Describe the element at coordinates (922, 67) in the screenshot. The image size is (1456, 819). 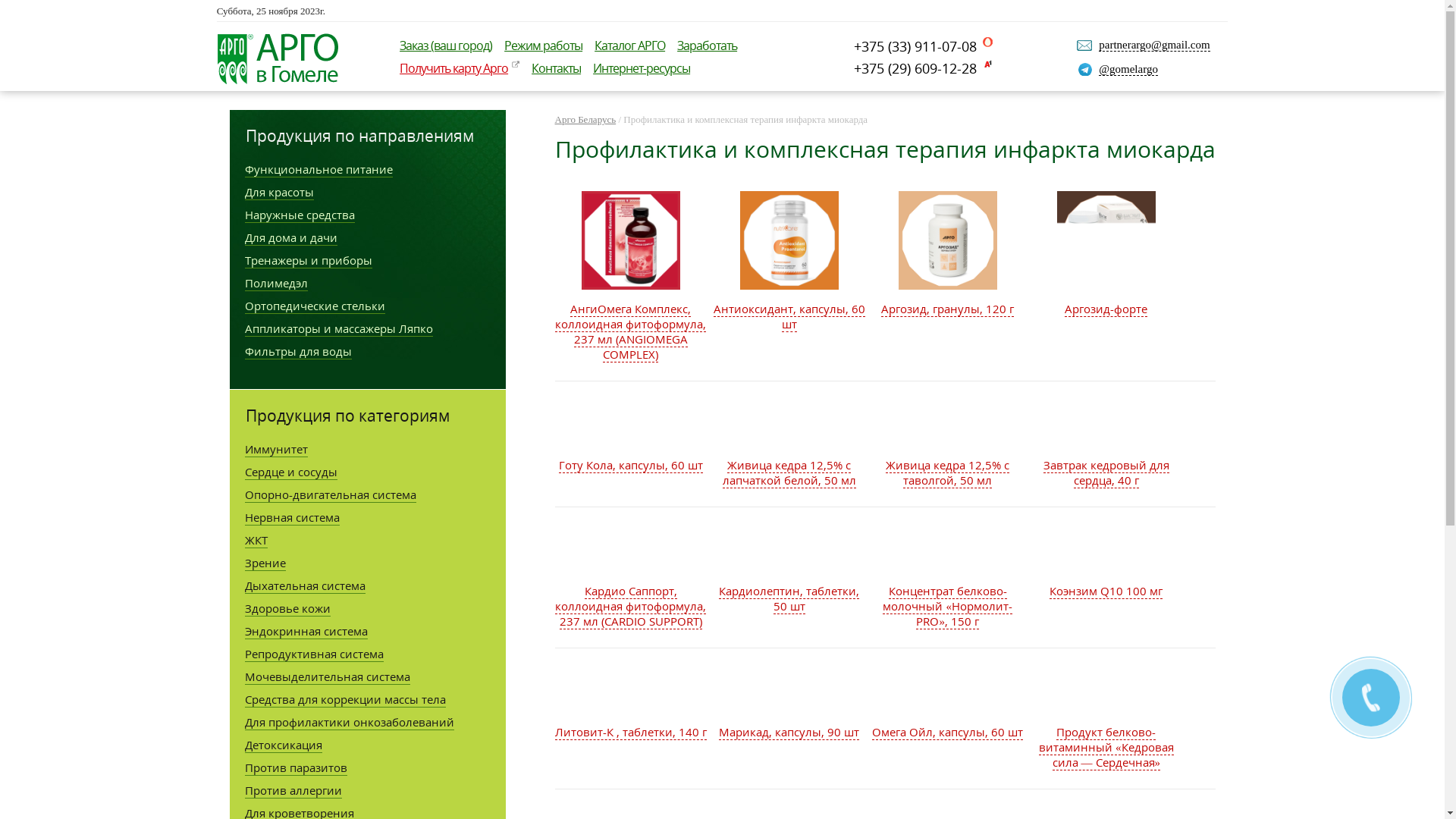
I see `'+375 (29) 609-12-28'` at that location.